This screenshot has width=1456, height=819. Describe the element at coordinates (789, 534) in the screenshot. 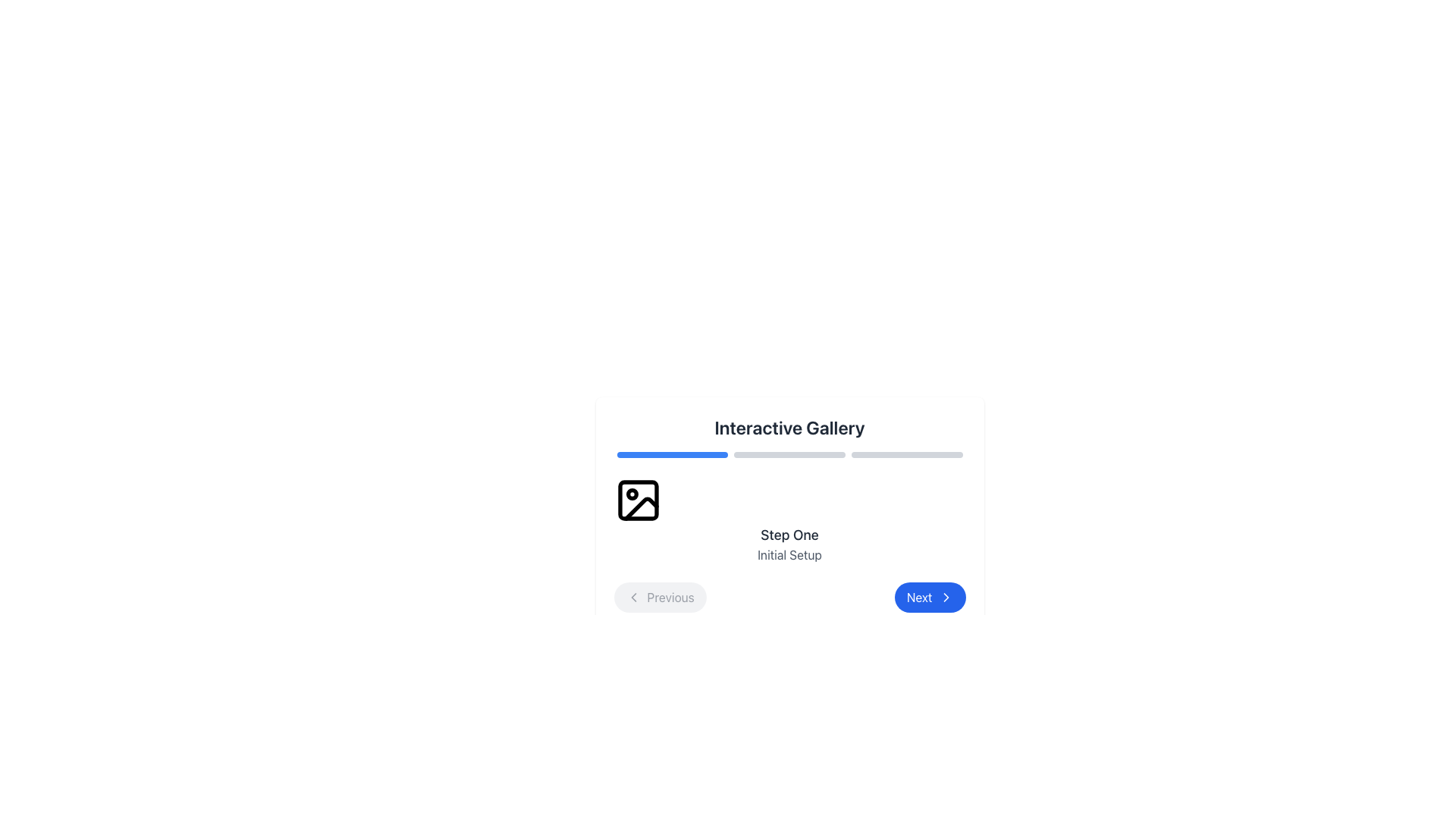

I see `the Static Text element displaying 'Step One', which is styled in medium-sized, bold, gray font and is located beneath an icon and above the text 'Initial Setup'` at that location.